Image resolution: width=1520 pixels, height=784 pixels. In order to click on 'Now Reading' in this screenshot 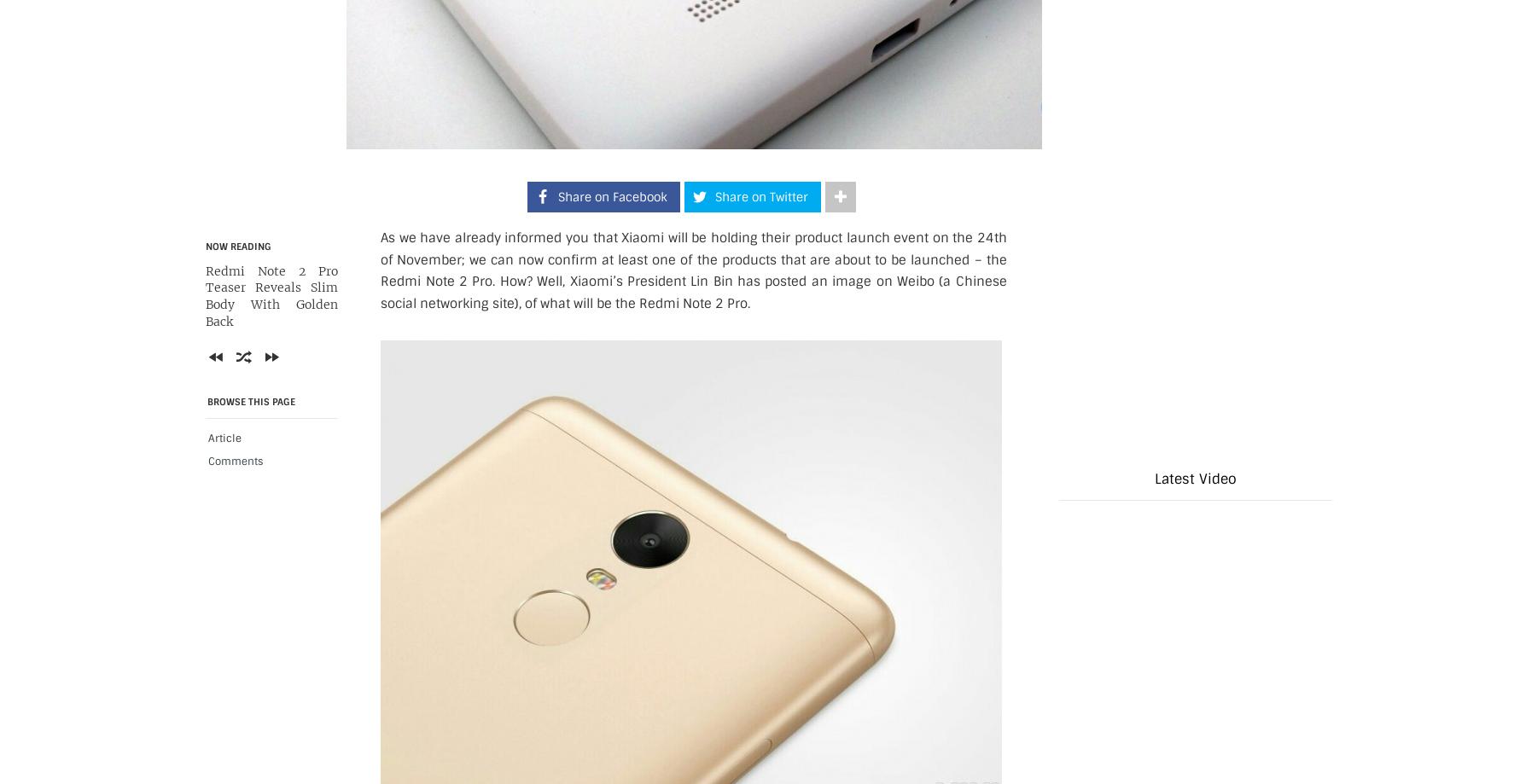, I will do `click(236, 246)`.